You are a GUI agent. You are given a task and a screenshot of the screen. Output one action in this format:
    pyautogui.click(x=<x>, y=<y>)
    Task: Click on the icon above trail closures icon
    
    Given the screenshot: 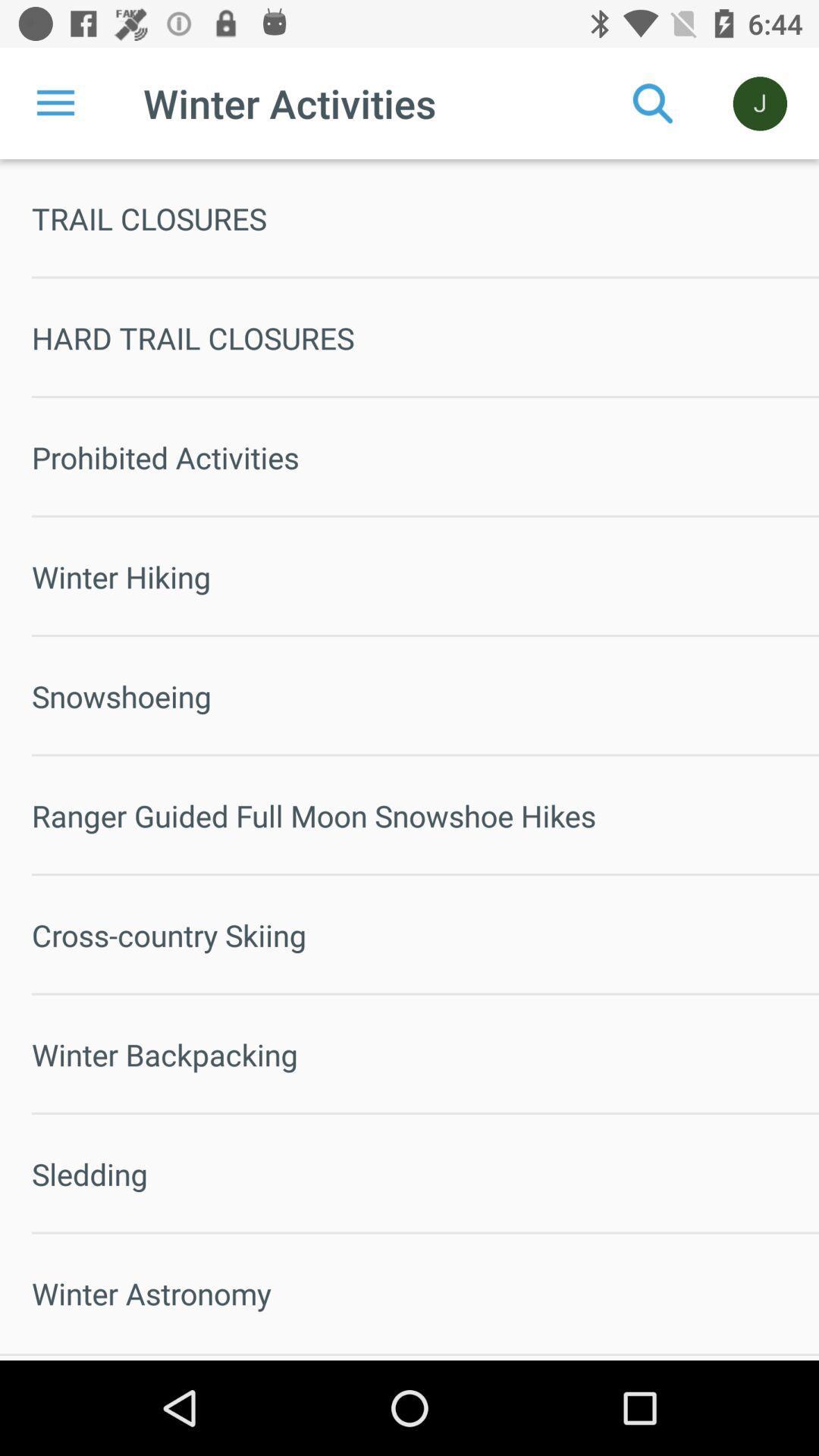 What is the action you would take?
    pyautogui.click(x=55, y=102)
    